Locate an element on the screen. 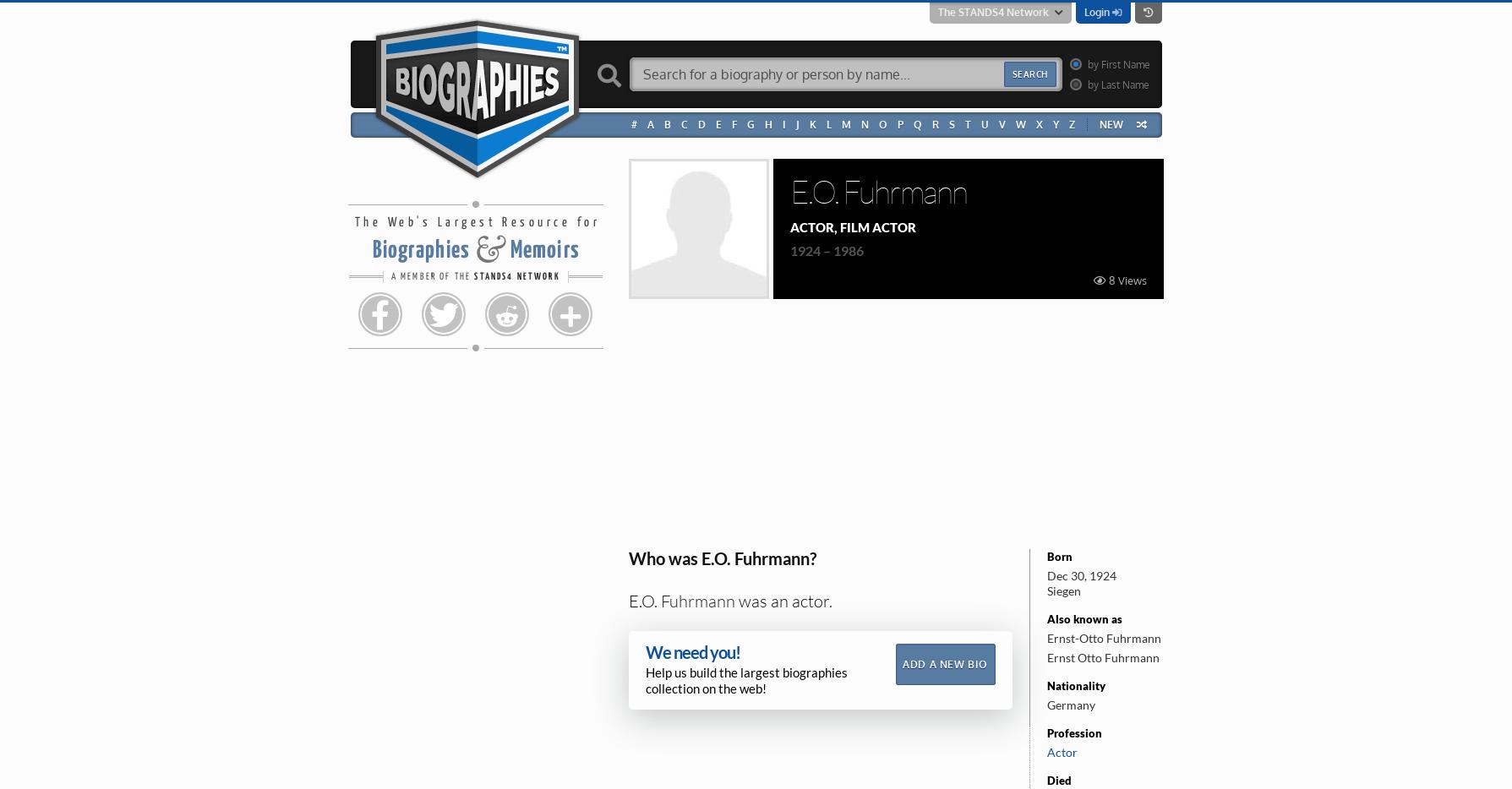 This screenshot has width=1512, height=789. 'NEW' is located at coordinates (1099, 124).